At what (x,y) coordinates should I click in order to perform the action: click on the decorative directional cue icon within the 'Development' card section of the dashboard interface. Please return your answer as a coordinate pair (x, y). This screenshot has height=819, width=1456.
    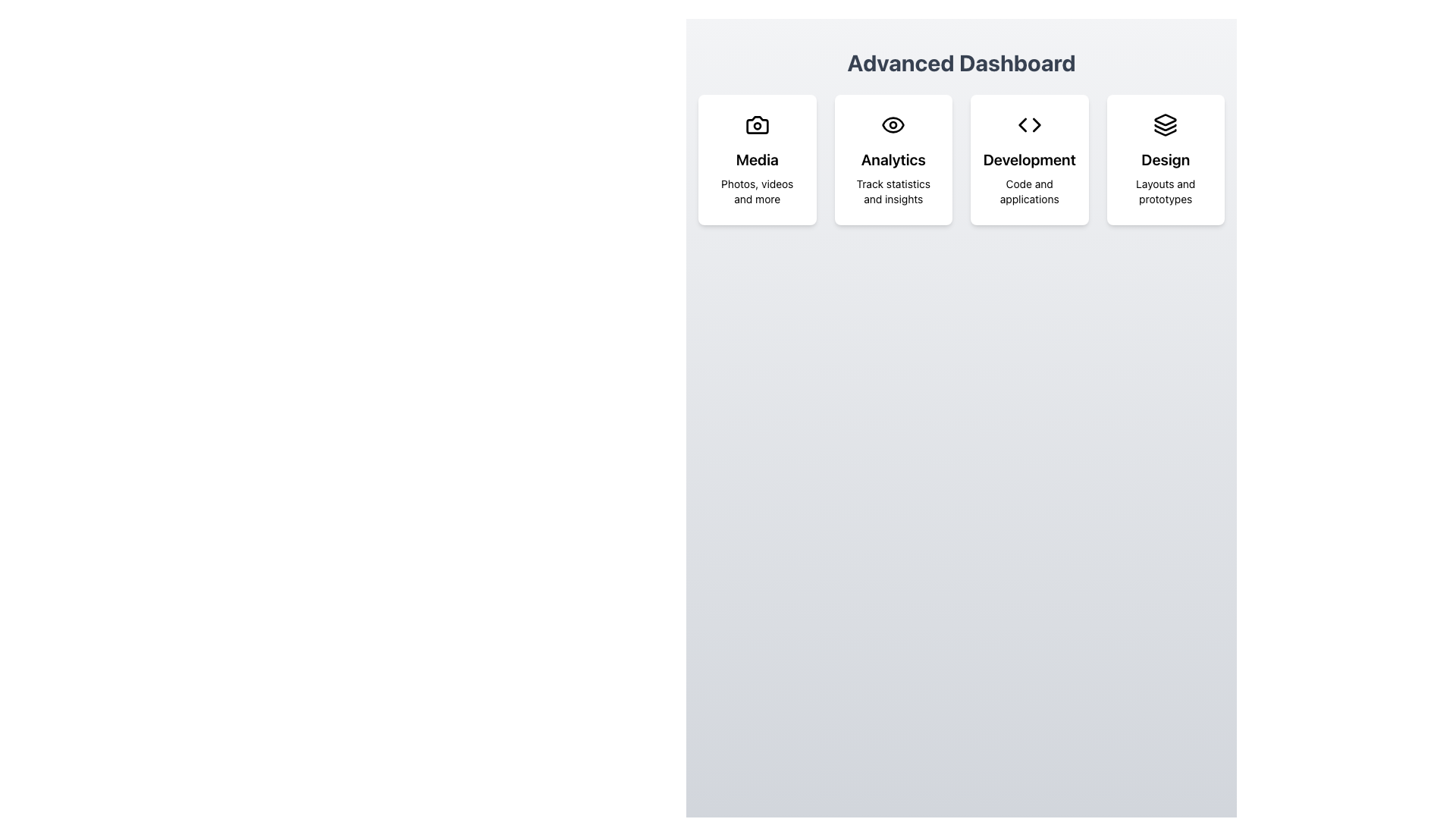
    Looking at the image, I should click on (1036, 124).